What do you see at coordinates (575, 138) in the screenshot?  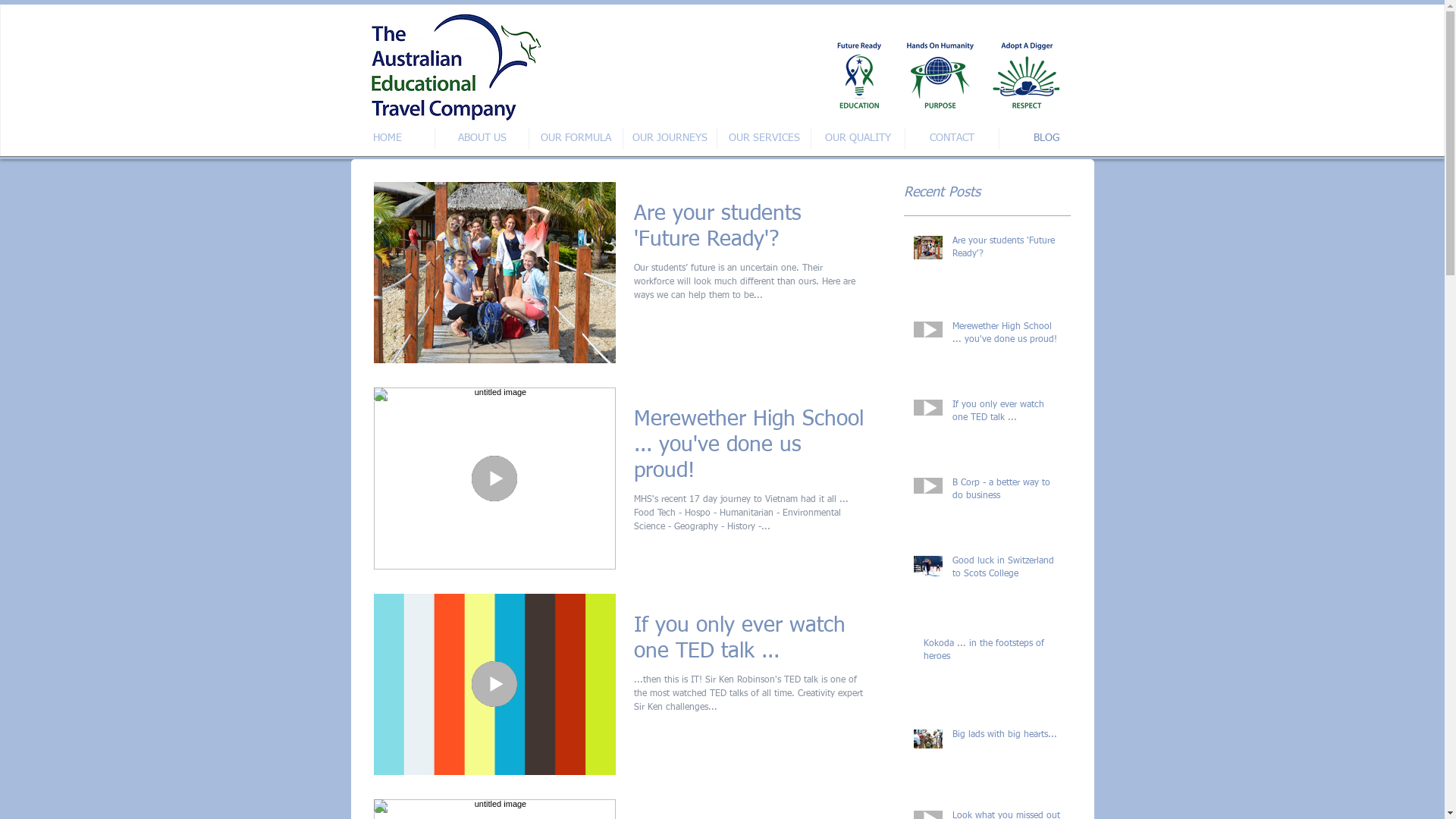 I see `'OUR FORMULA'` at bounding box center [575, 138].